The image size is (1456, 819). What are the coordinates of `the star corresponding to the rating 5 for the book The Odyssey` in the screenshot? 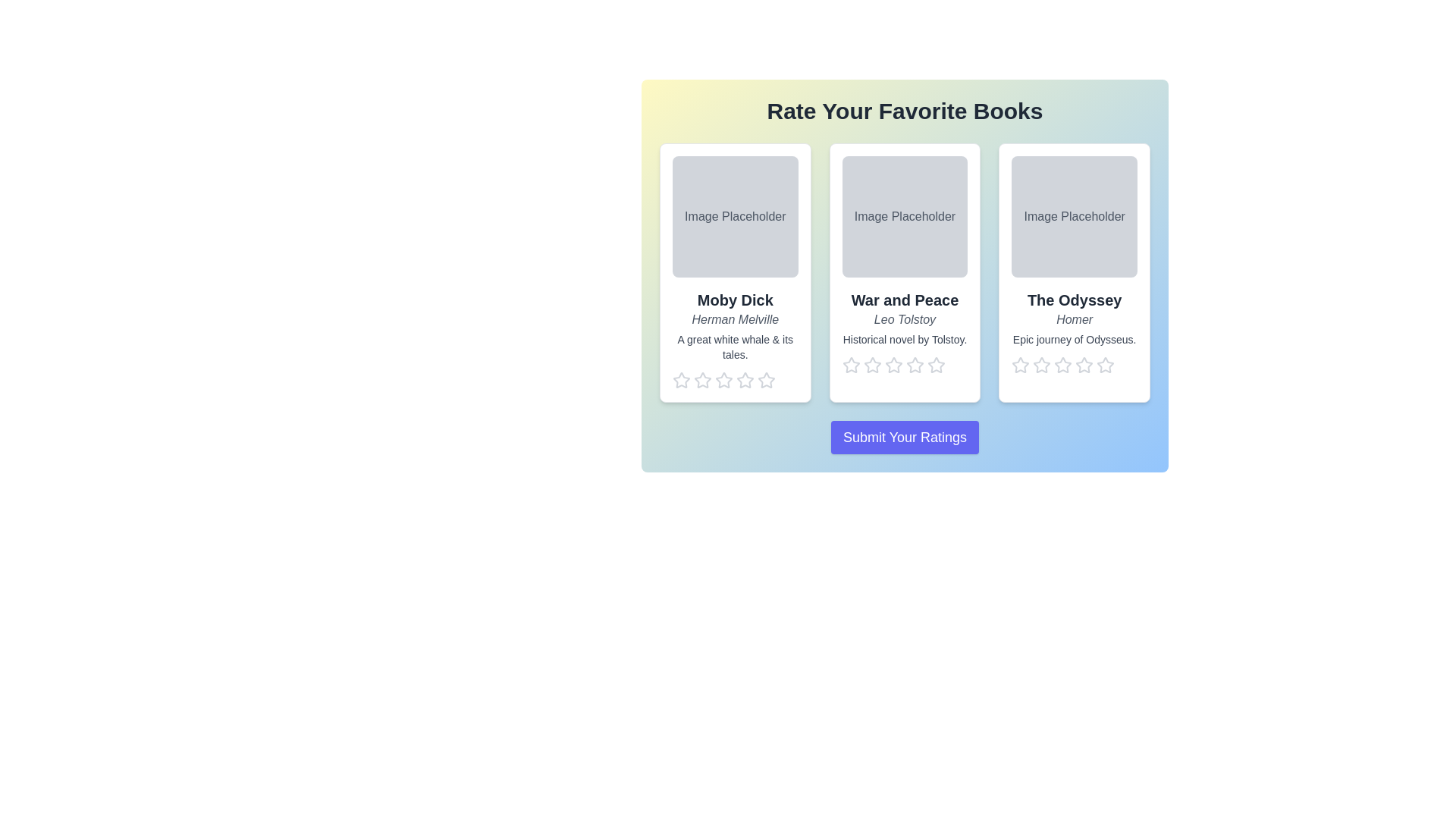 It's located at (1106, 366).